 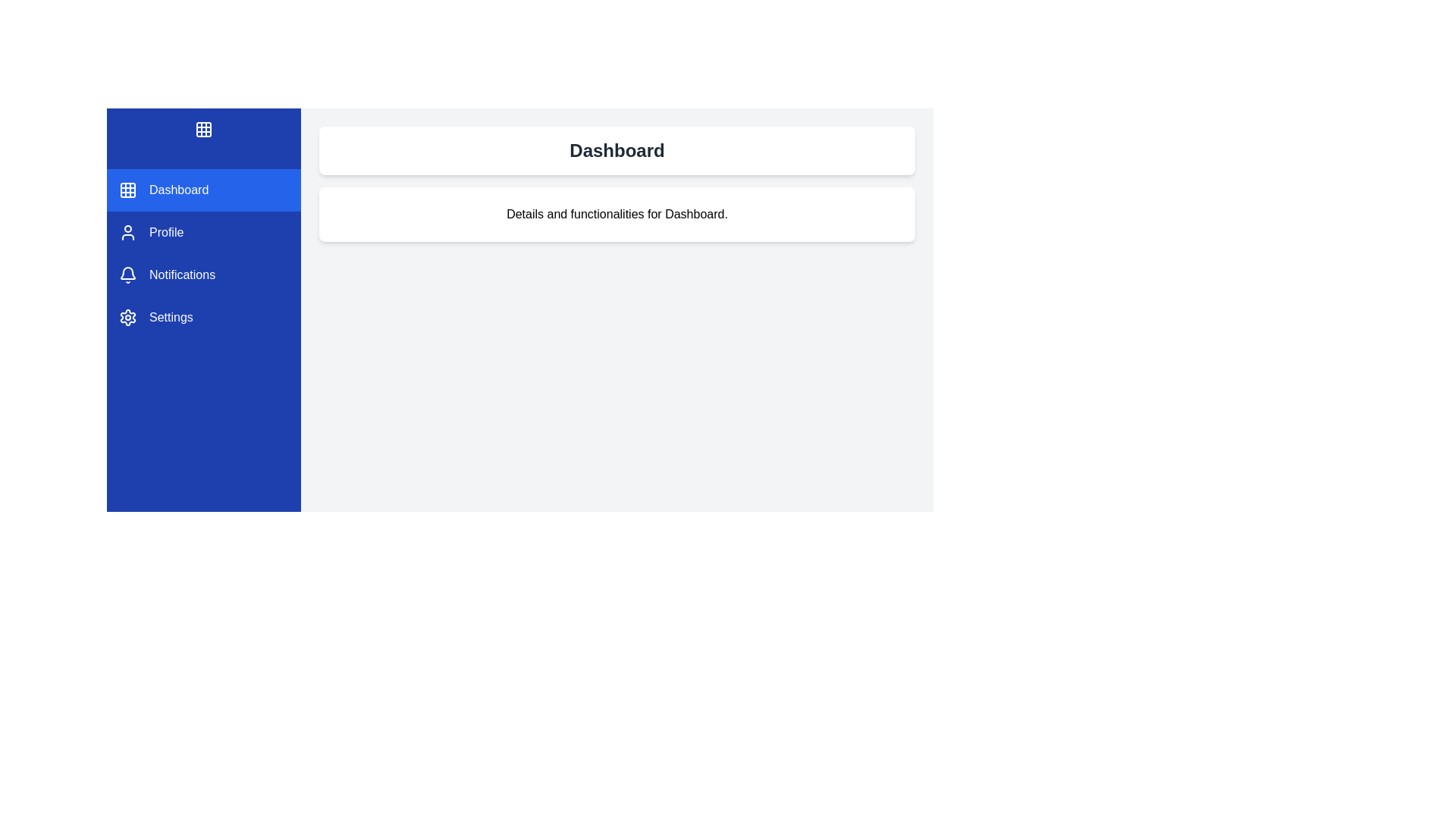 What do you see at coordinates (182, 275) in the screenshot?
I see `the 'Notifications' text label, which is the third entry in the vertical navigation menu, to interact with it` at bounding box center [182, 275].